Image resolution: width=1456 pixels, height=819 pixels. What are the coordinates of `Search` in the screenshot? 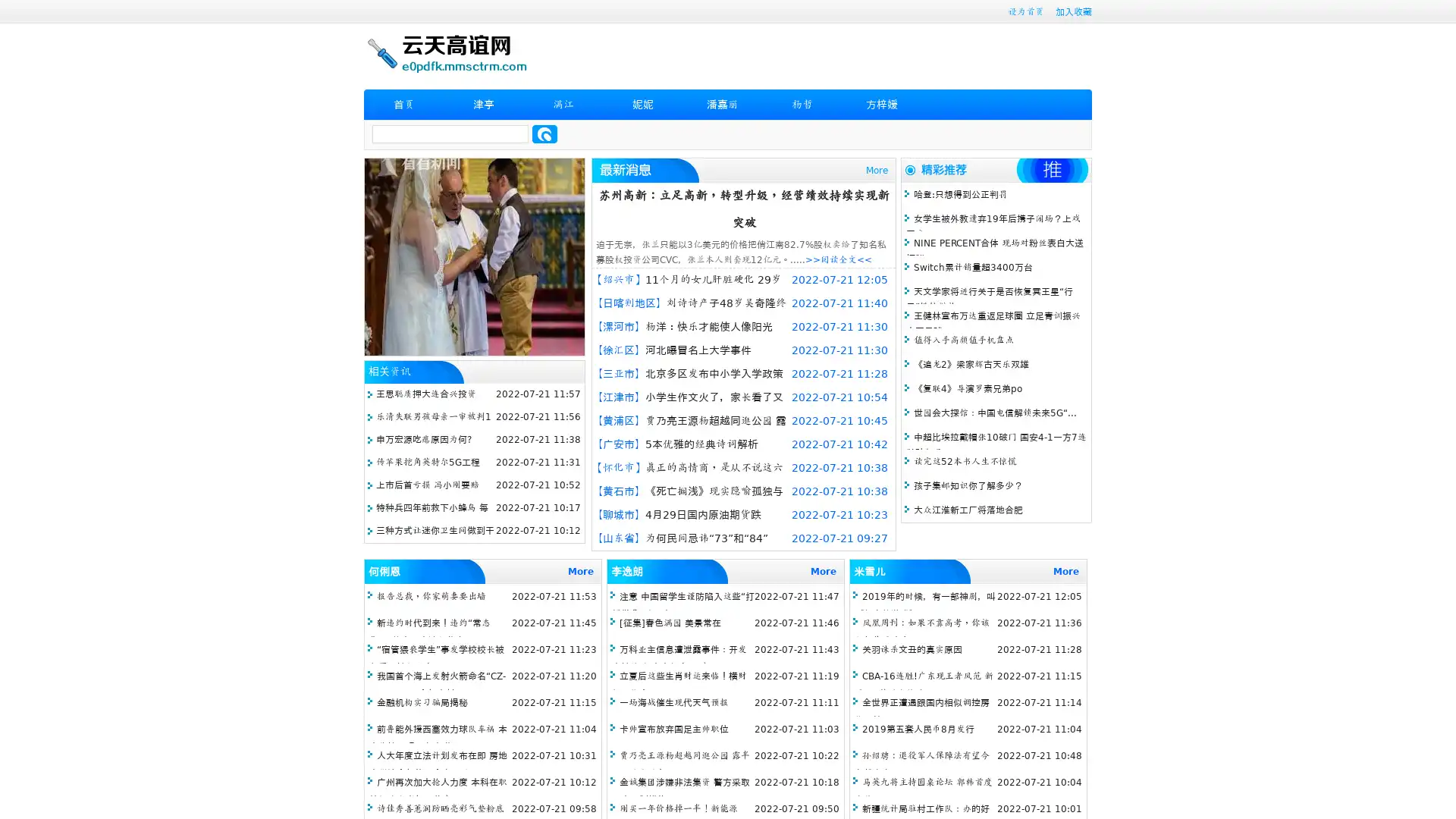 It's located at (544, 133).